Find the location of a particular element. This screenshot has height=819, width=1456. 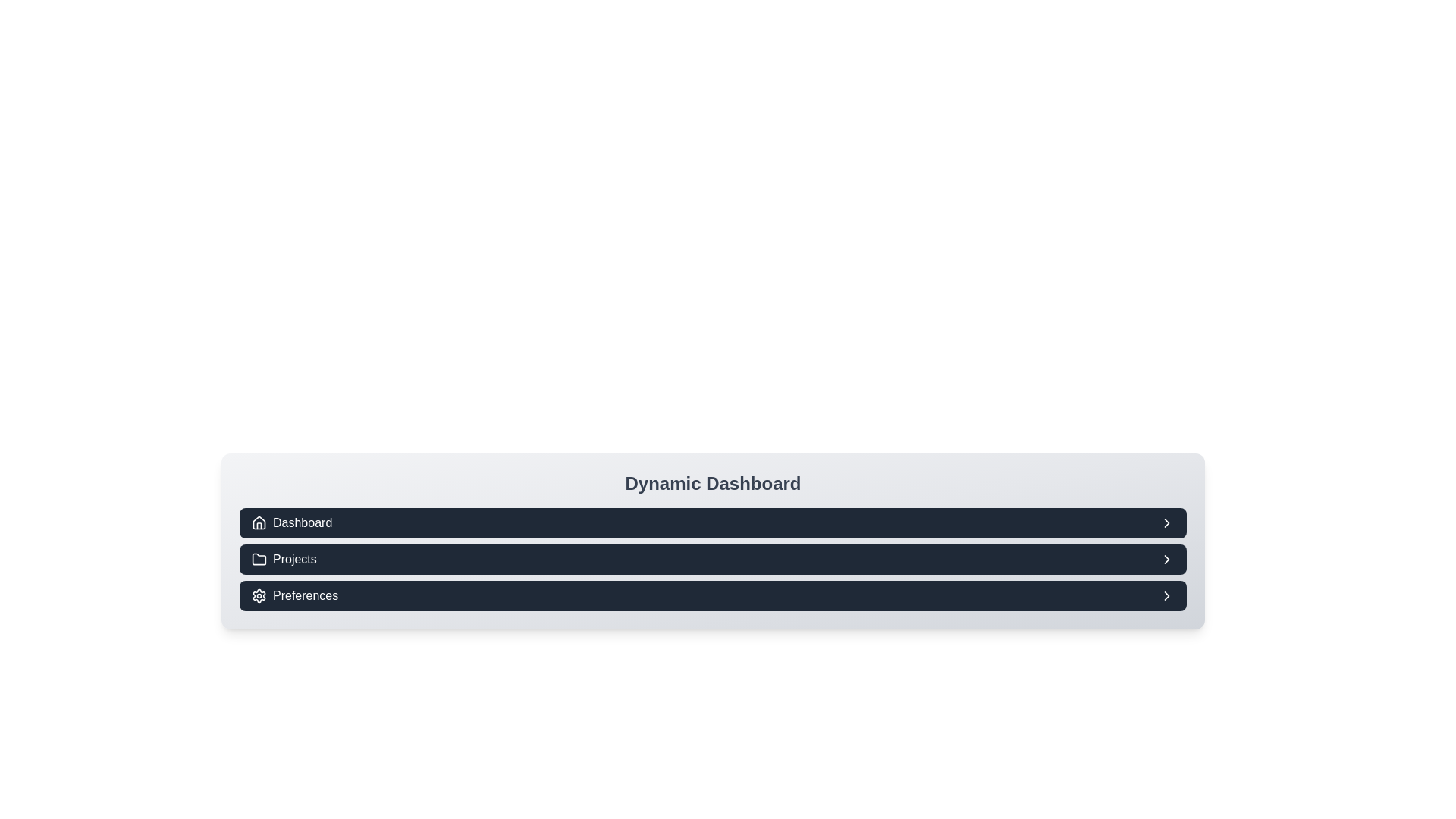

the third button in the vertical list that navigates to user settings or preferences is located at coordinates (295, 595).